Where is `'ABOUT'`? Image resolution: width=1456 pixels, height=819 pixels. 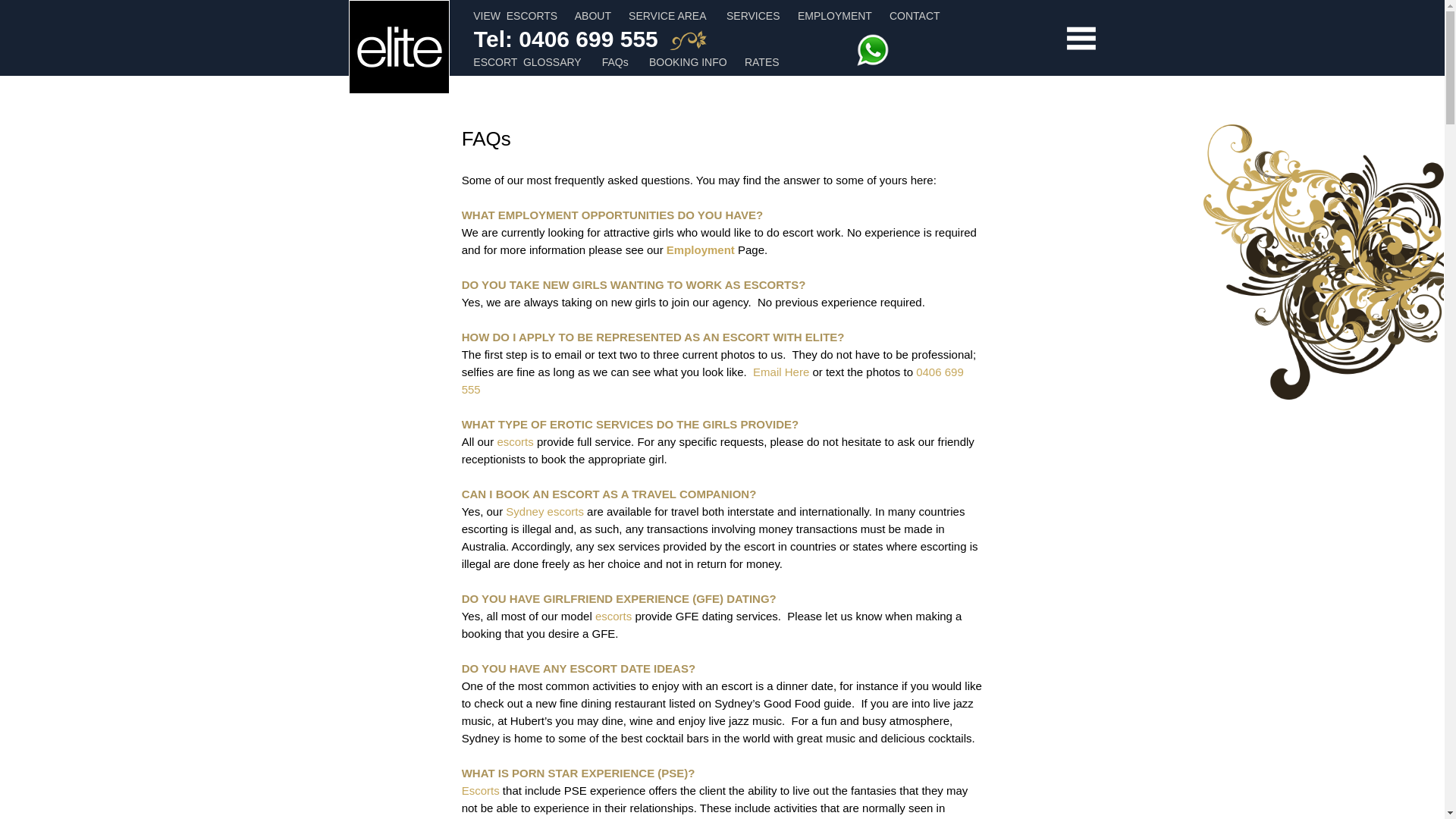
'ABOUT' is located at coordinates (592, 15).